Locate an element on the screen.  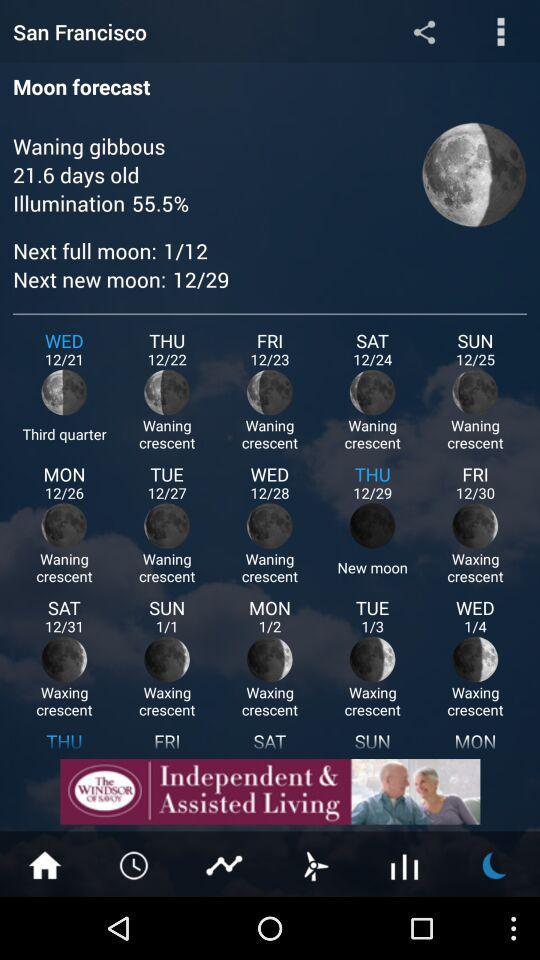
open advertisement is located at coordinates (270, 791).